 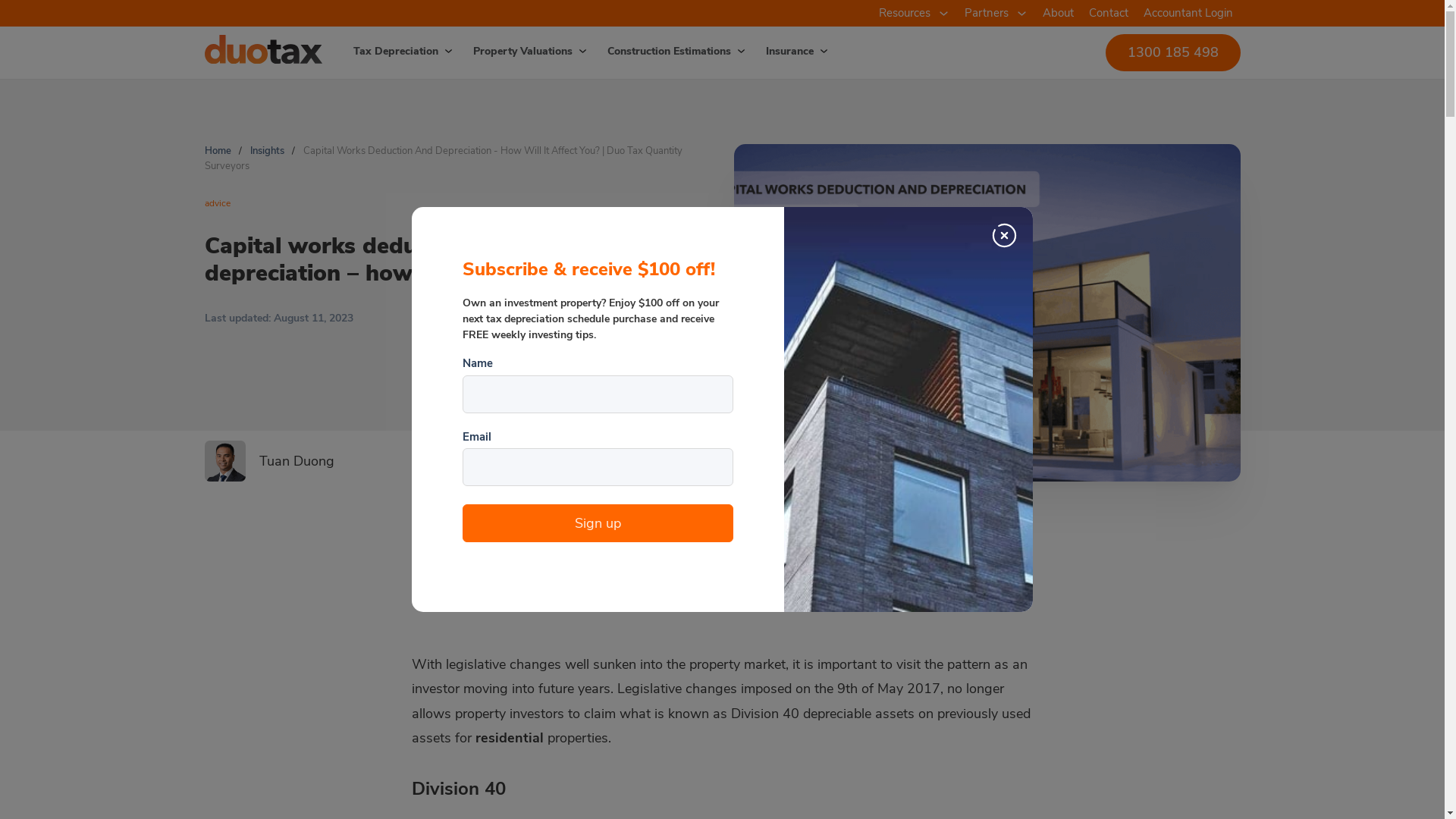 I want to click on 'Sign up', so click(x=597, y=522).